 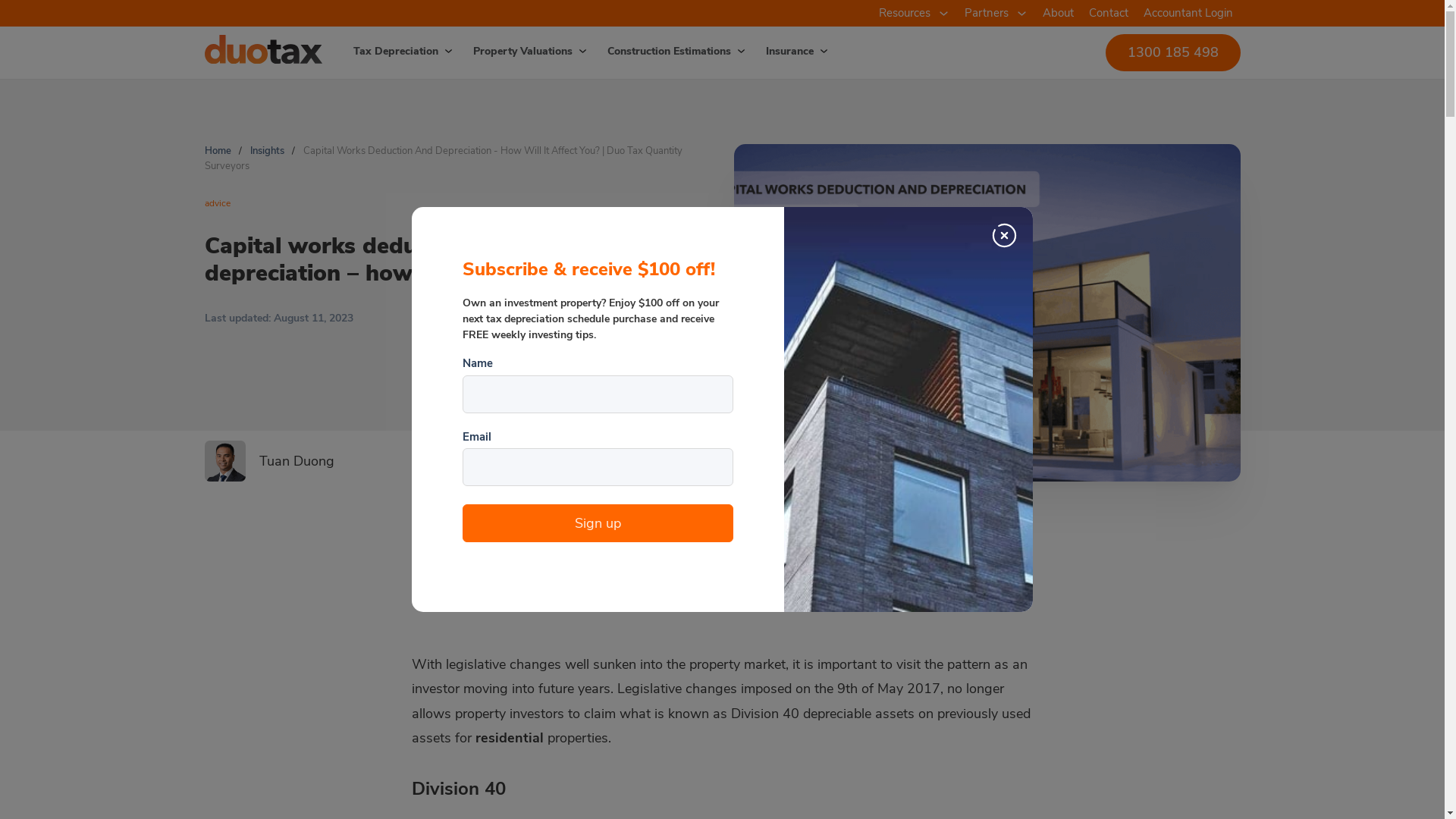 I want to click on 'Sign up', so click(x=597, y=522).